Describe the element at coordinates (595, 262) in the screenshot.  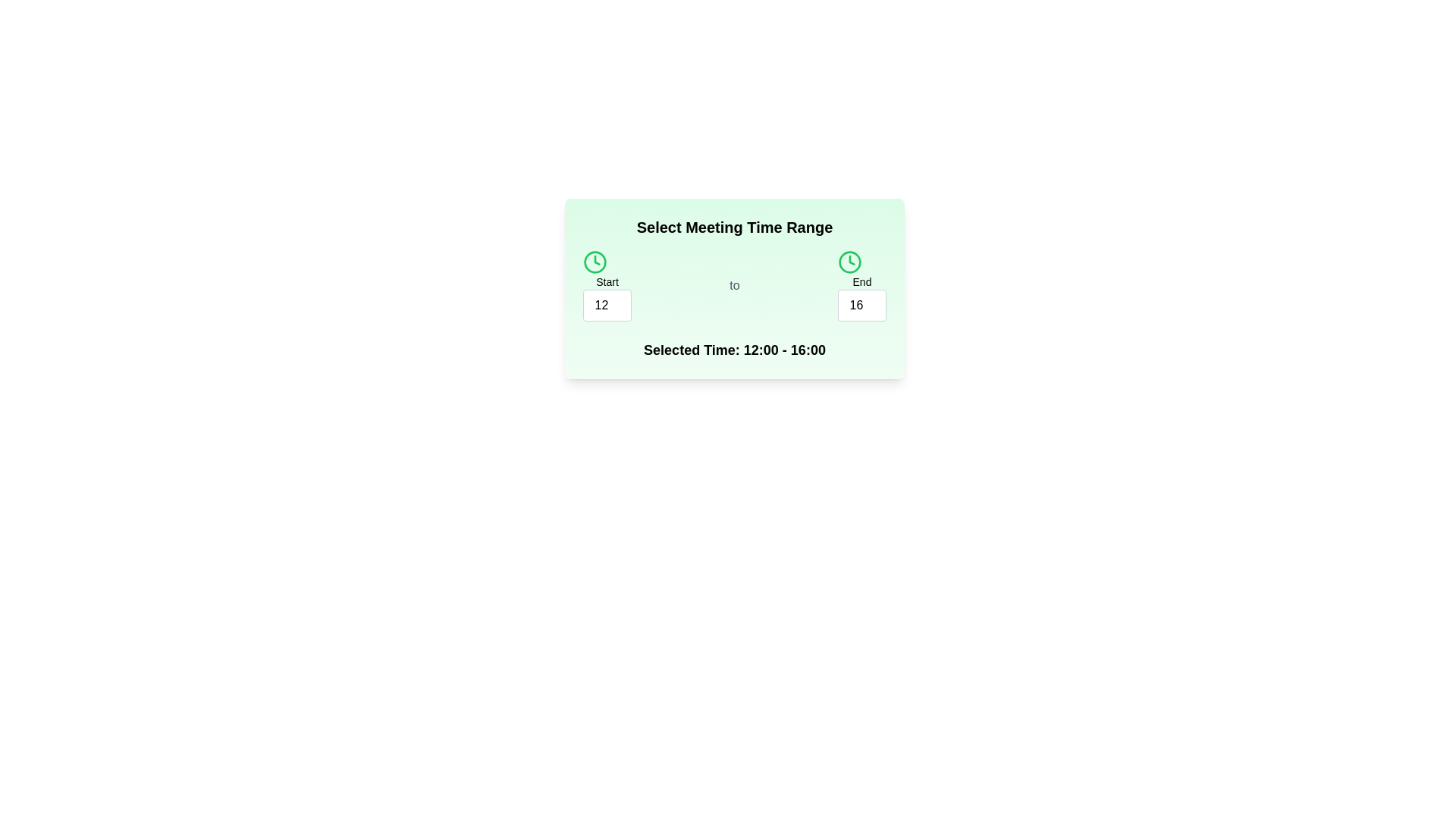
I see `the clock icon labeled start` at that location.